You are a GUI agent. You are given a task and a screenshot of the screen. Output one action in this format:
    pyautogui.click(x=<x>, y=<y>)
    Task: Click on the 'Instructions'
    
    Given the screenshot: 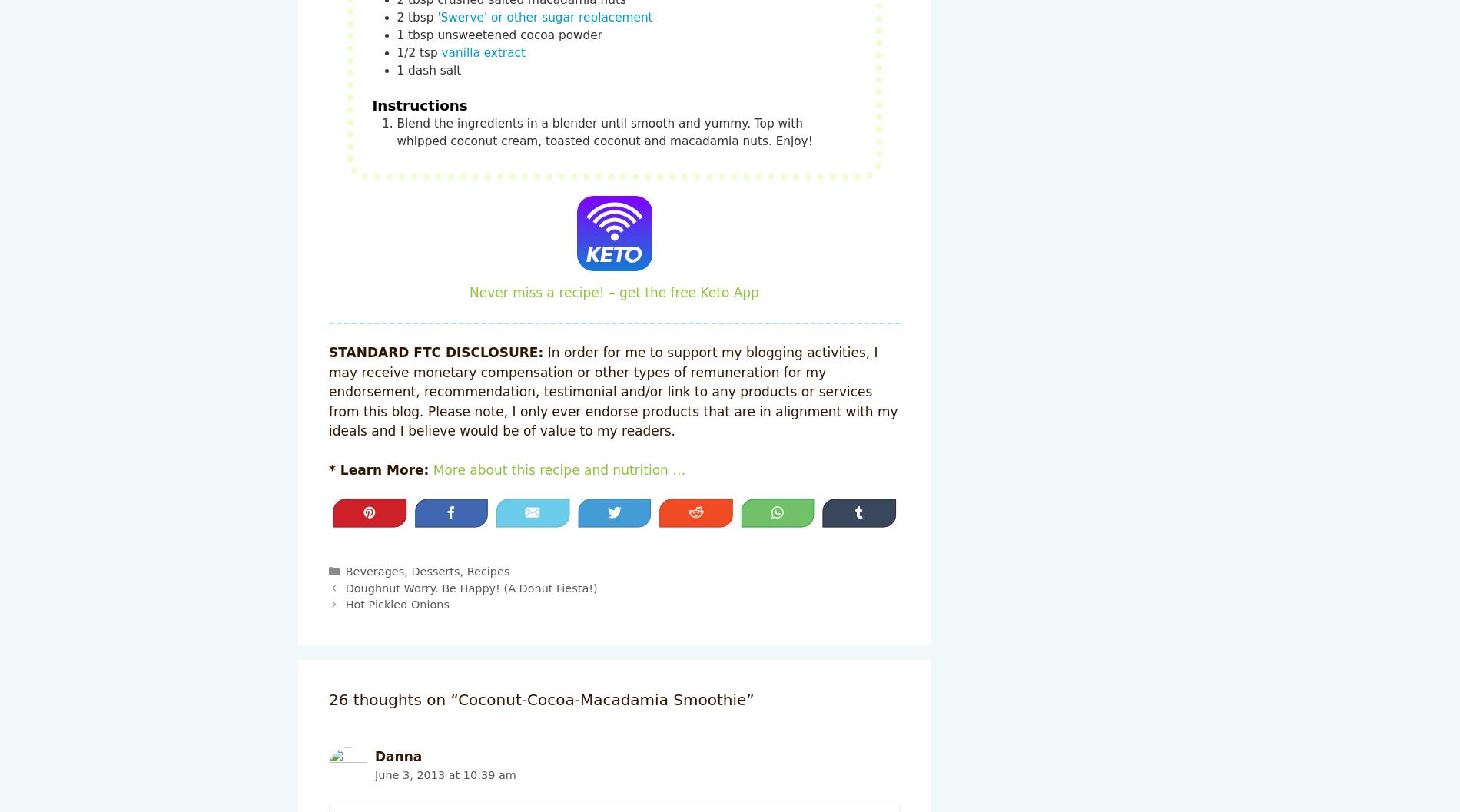 What is the action you would take?
    pyautogui.click(x=420, y=104)
    